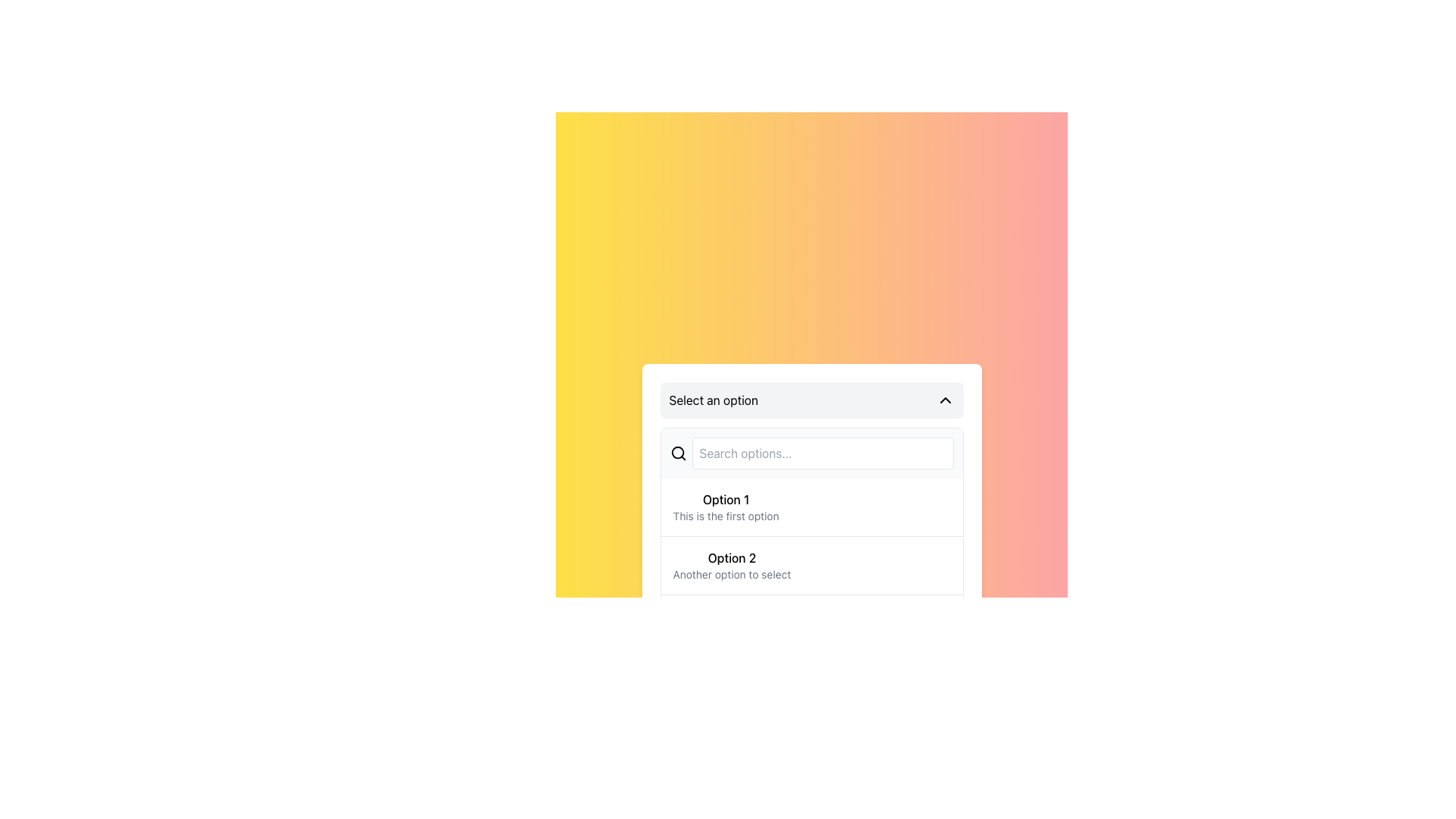 The image size is (1456, 819). What do you see at coordinates (944, 400) in the screenshot?
I see `the dropdown menu icon located to the right of the 'Select an option.' label, which allows users to expand or collapse the menu` at bounding box center [944, 400].